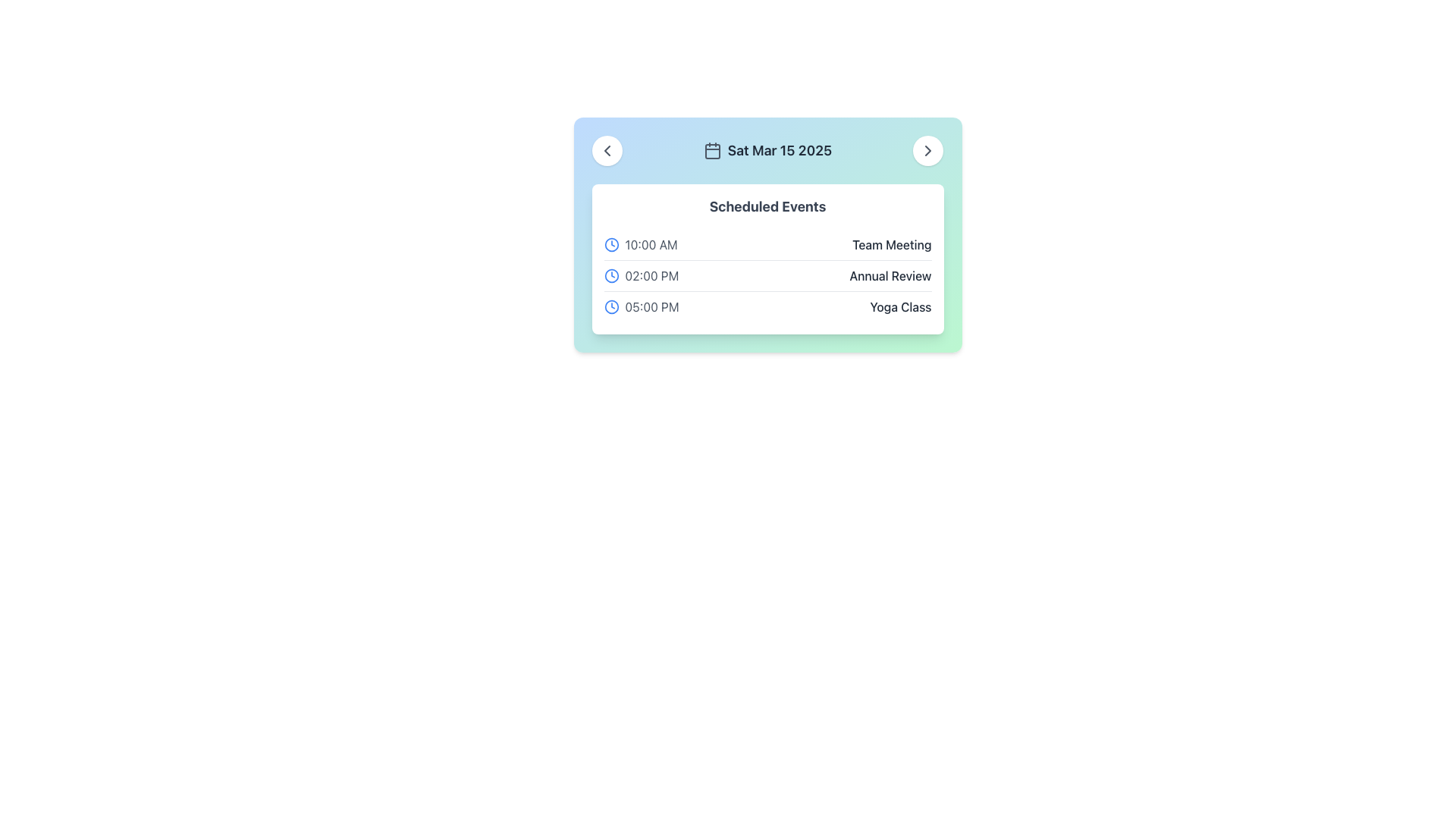 Image resolution: width=1456 pixels, height=819 pixels. What do you see at coordinates (711, 151) in the screenshot?
I see `the calendar icon located in the upper section of the interface, to the left of the date text 'Sat Mar 15 2025'` at bounding box center [711, 151].